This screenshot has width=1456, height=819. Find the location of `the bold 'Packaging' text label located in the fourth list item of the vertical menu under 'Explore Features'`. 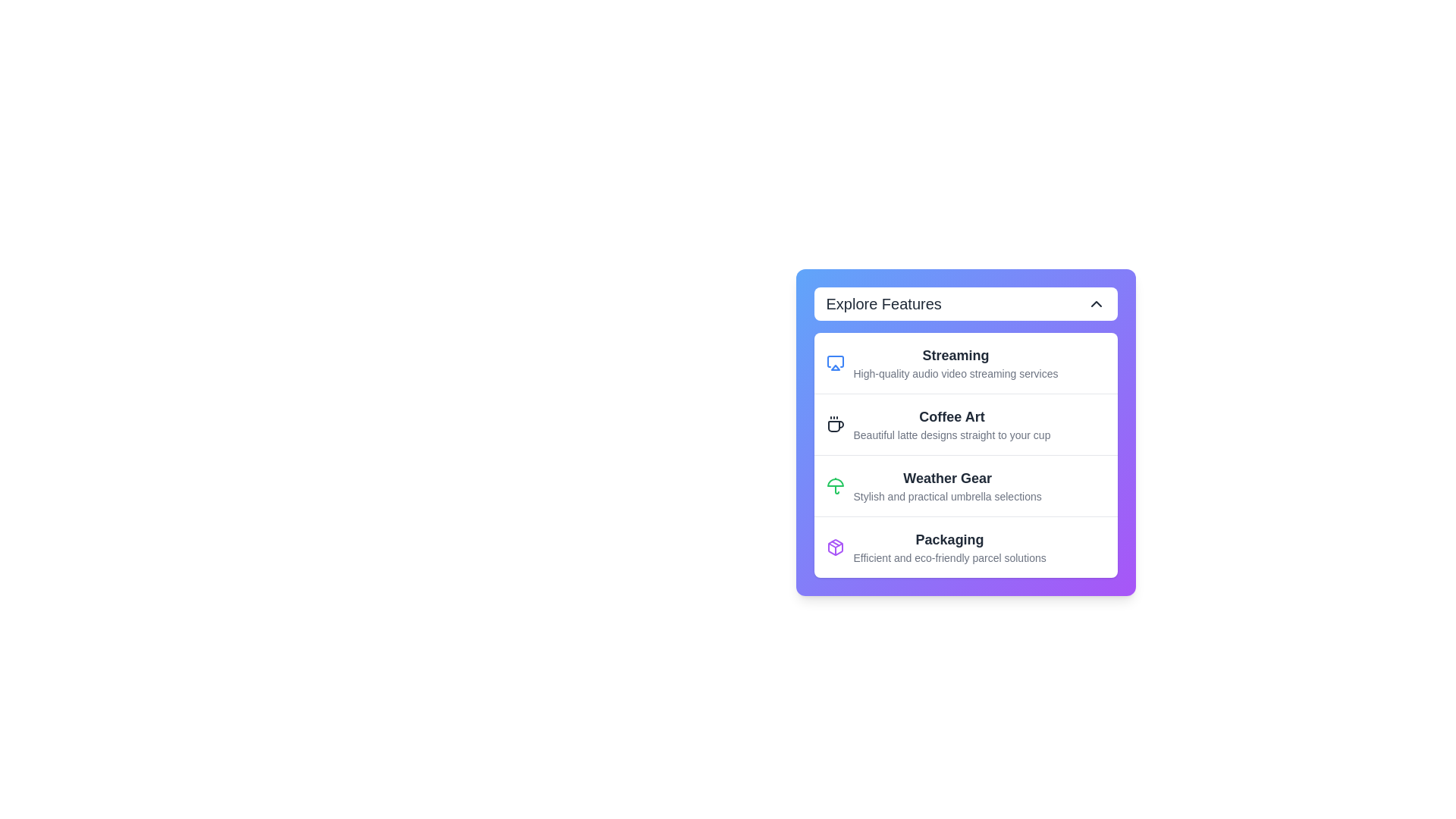

the bold 'Packaging' text label located in the fourth list item of the vertical menu under 'Explore Features' is located at coordinates (949, 539).